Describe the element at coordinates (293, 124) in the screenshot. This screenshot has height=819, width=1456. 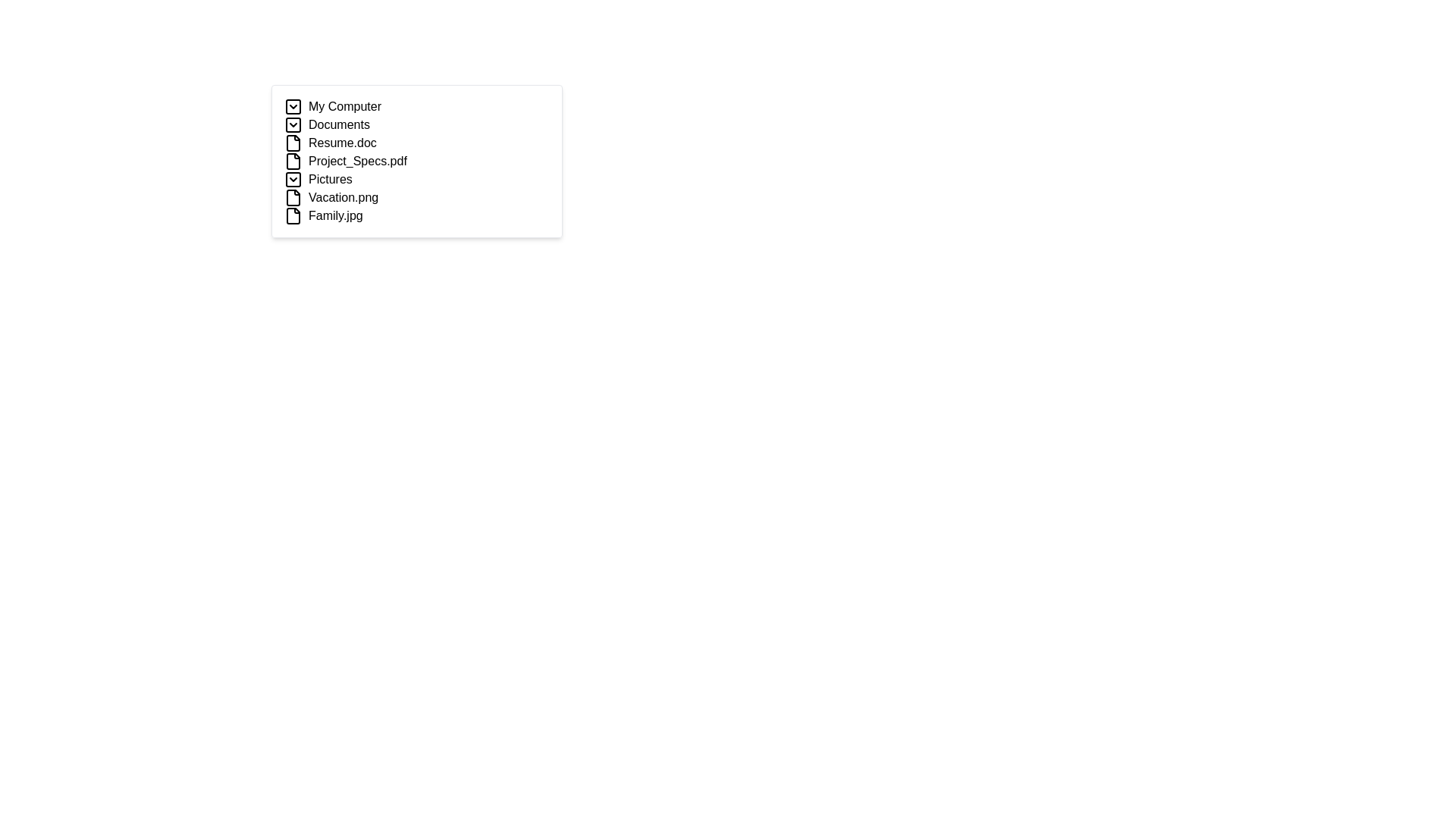
I see `the Collapse/Expand Button located to the left of the 'Documents' label in the navigation menu` at that location.